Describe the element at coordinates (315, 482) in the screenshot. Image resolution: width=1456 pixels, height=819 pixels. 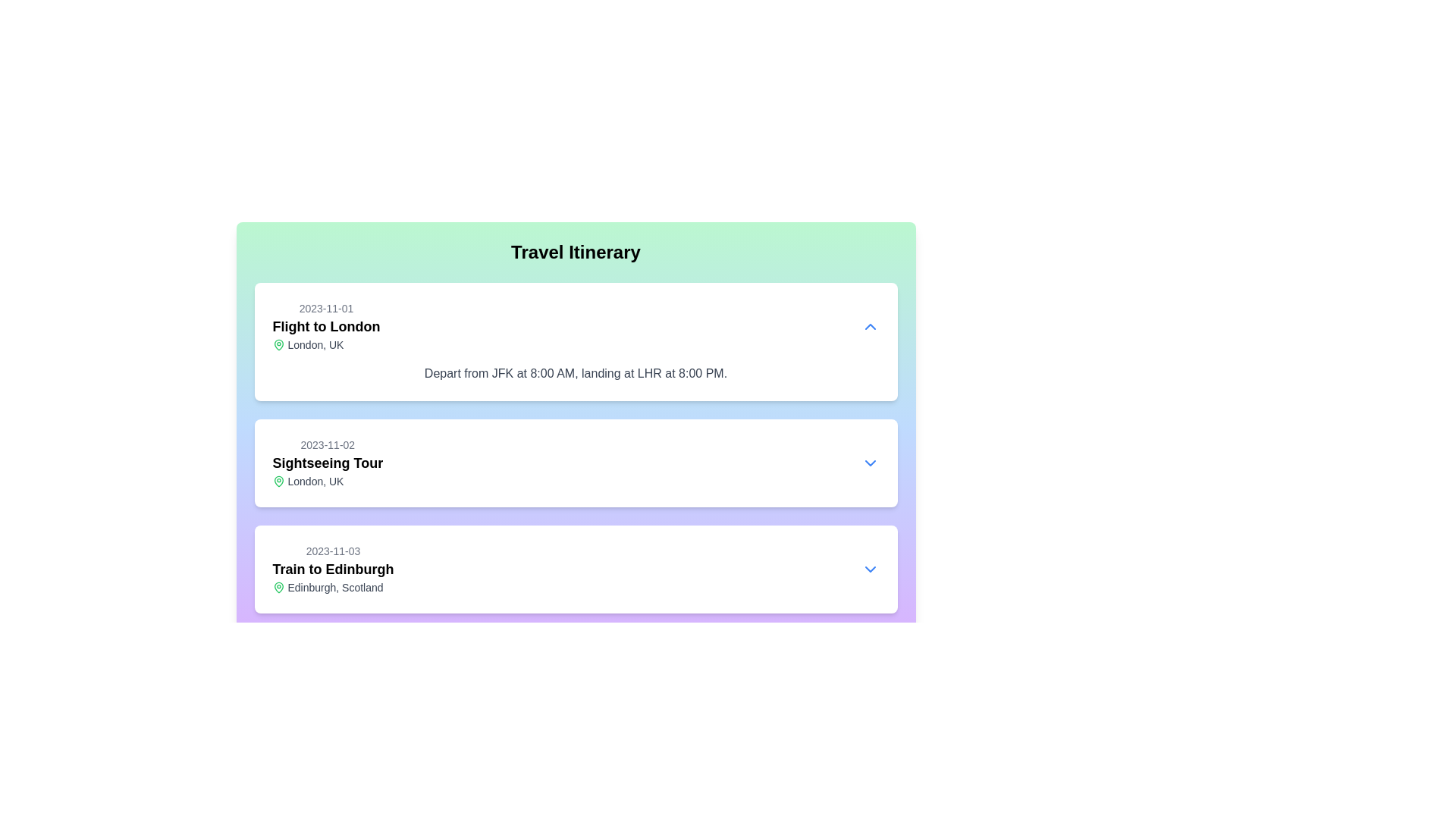
I see `the informational Text label that provides location information for the second itinerary entry beneath the 'Sightseeing Tour' heading` at that location.